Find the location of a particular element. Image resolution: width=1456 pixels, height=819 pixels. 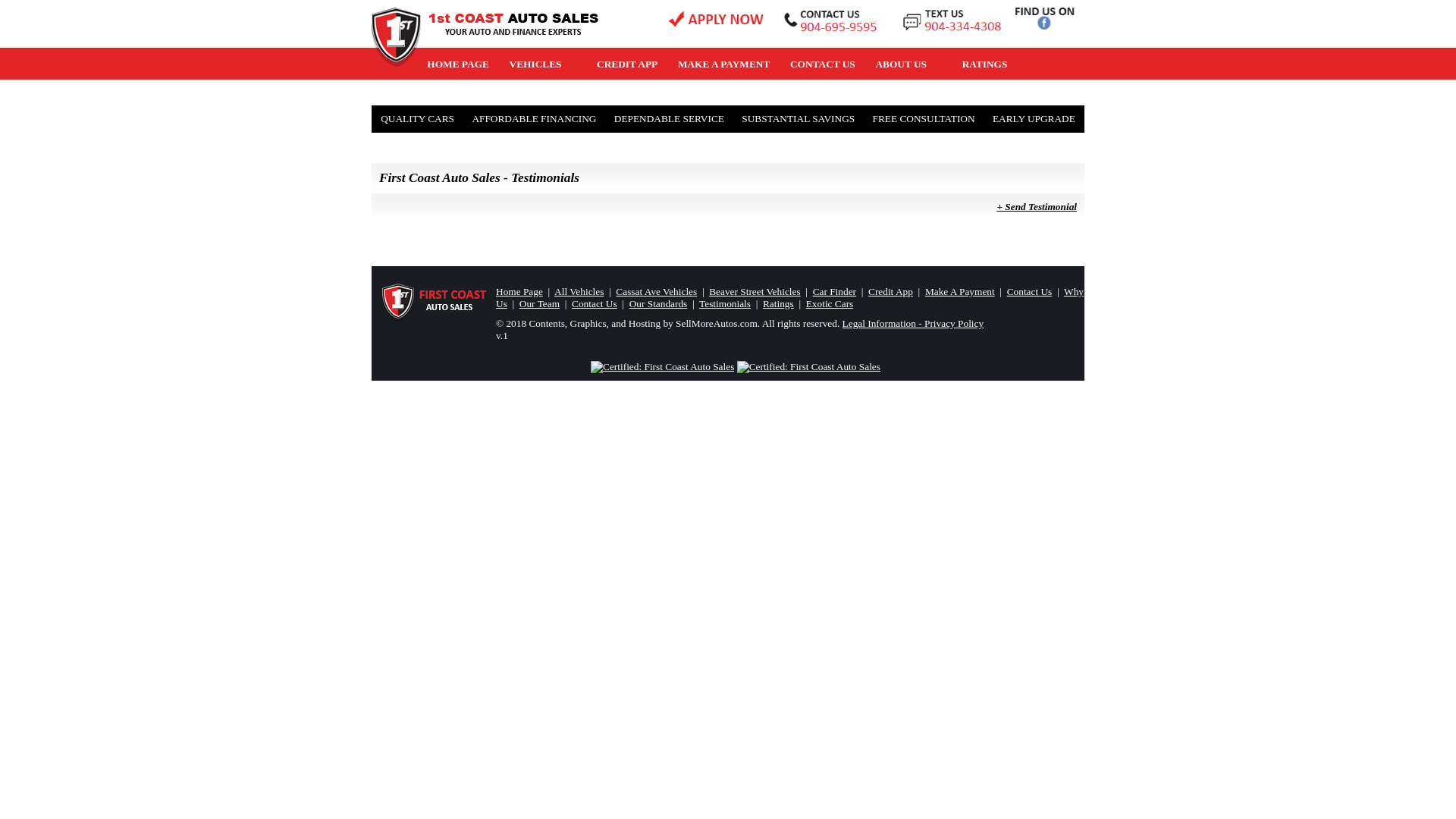

'Contact Us' is located at coordinates (593, 303).